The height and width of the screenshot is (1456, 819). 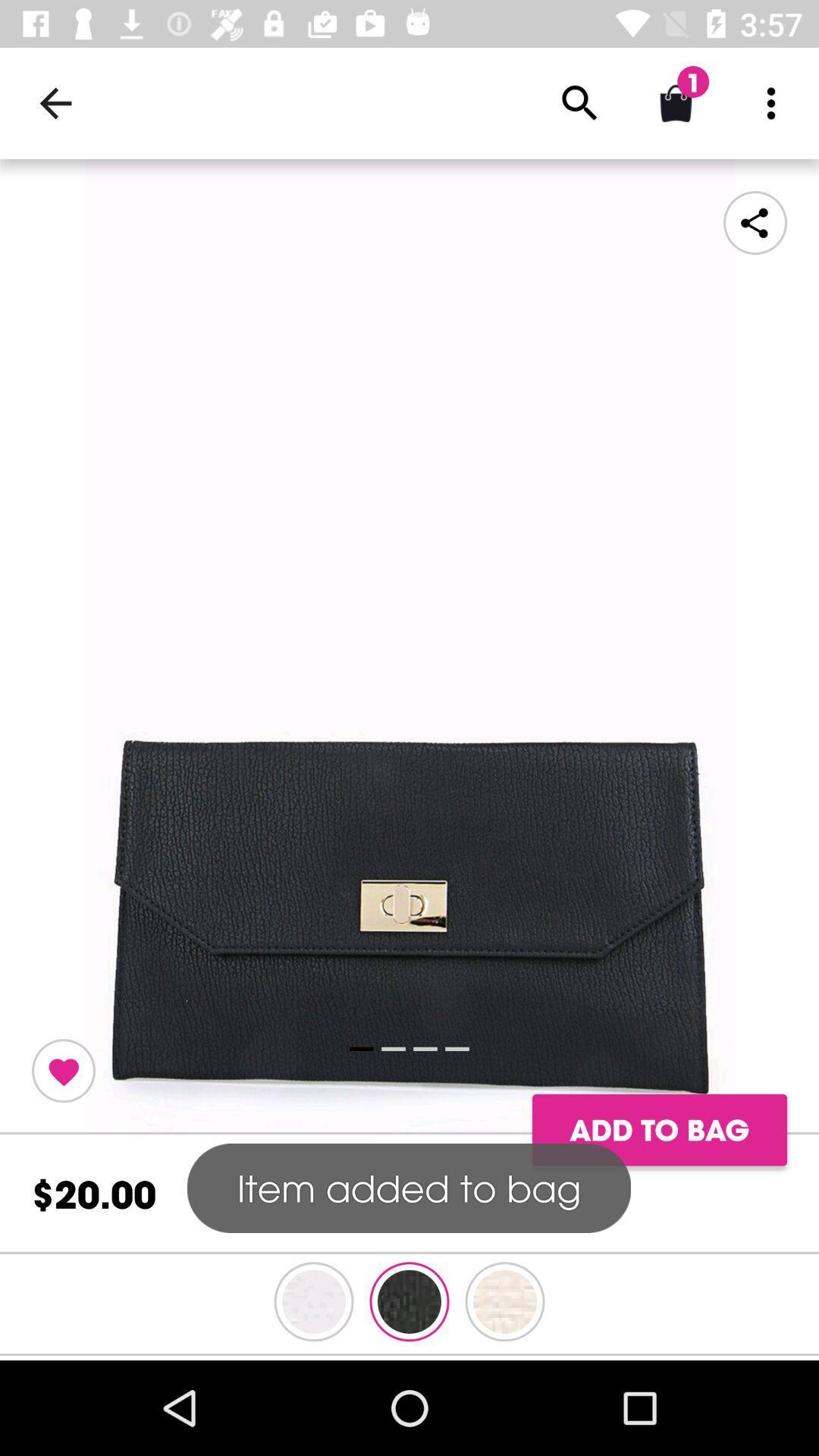 What do you see at coordinates (755, 221) in the screenshot?
I see `share the article` at bounding box center [755, 221].